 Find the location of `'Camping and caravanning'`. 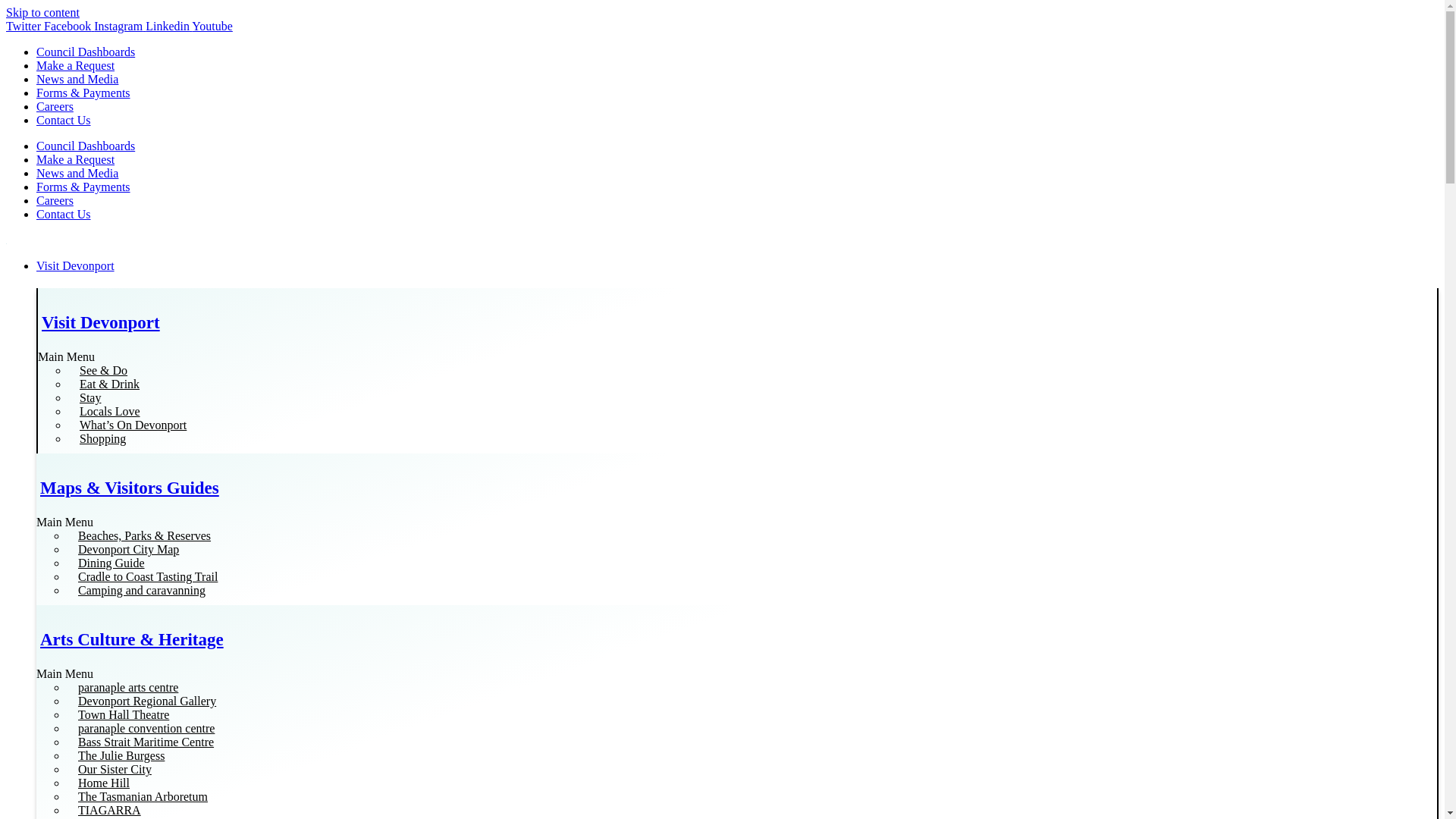

'Camping and caravanning' is located at coordinates (65, 589).